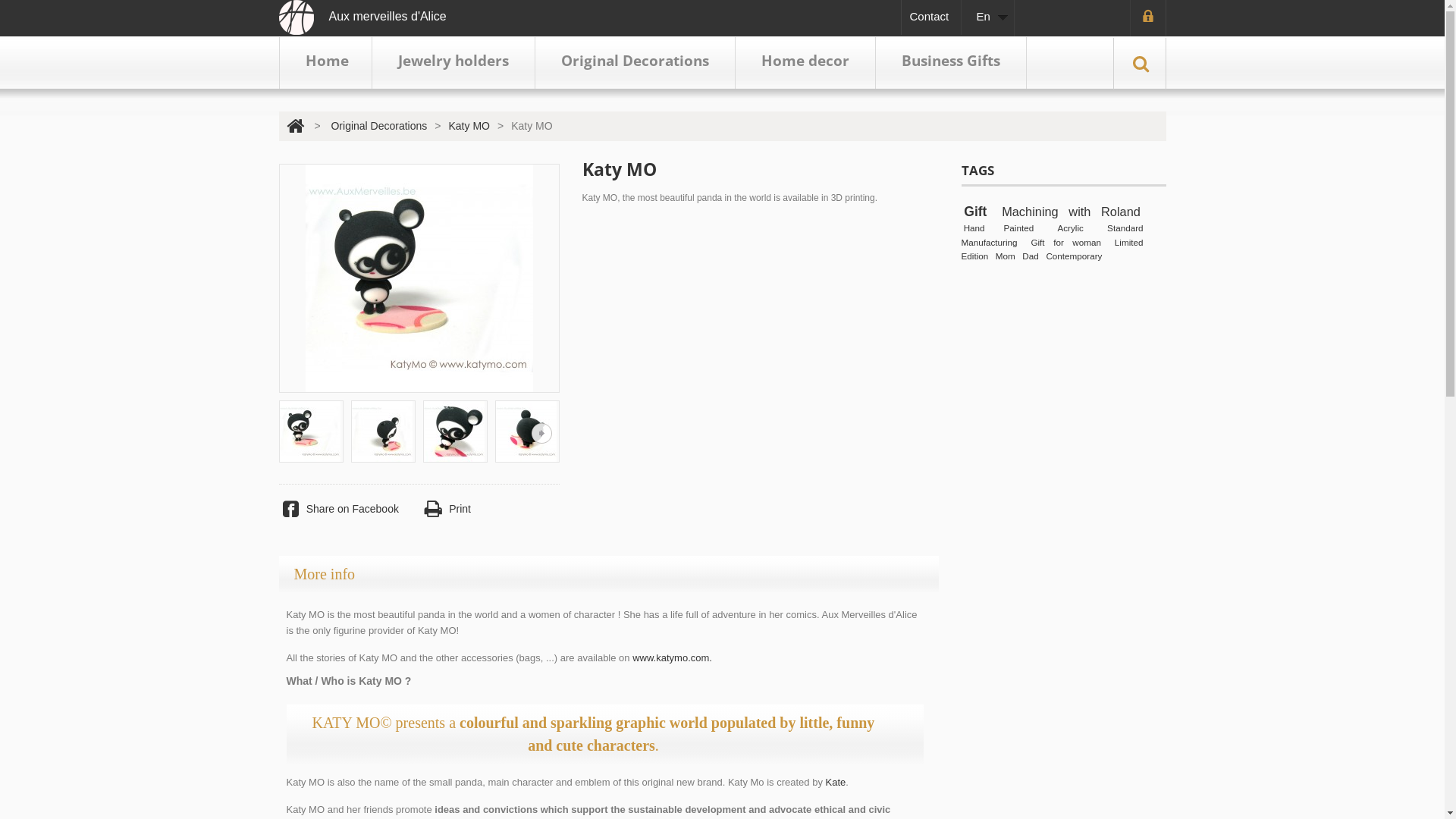 This screenshot has width=1456, height=819. What do you see at coordinates (445, 509) in the screenshot?
I see `'Print'` at bounding box center [445, 509].